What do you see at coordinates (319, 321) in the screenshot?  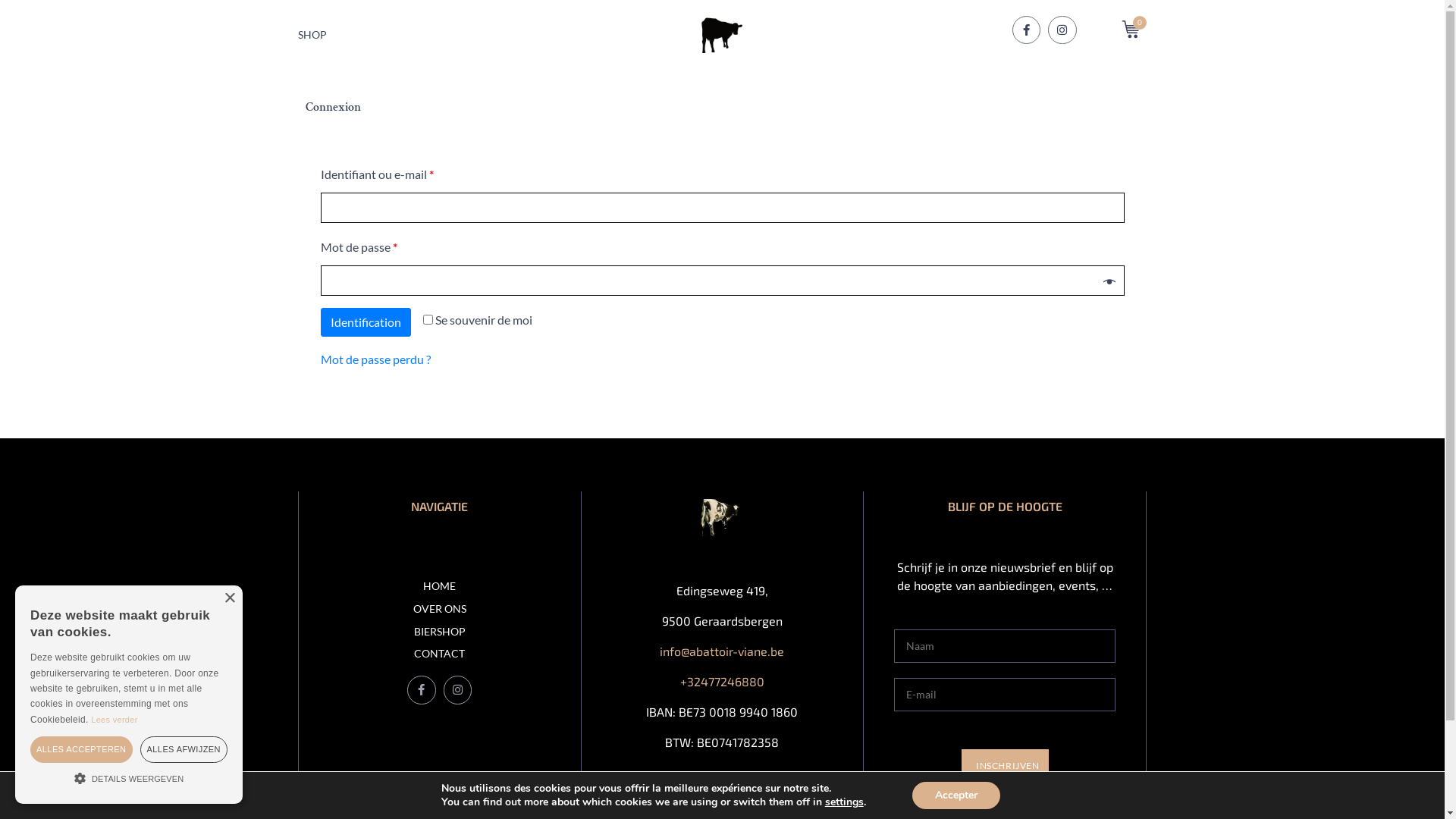 I see `'Identification'` at bounding box center [319, 321].